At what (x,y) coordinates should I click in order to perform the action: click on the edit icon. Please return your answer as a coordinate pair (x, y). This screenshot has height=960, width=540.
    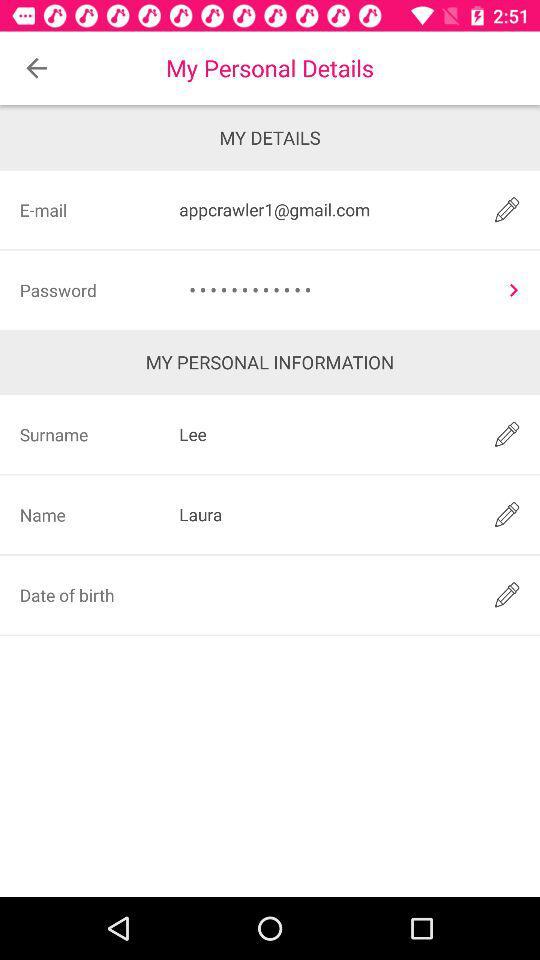
    Looking at the image, I should click on (507, 594).